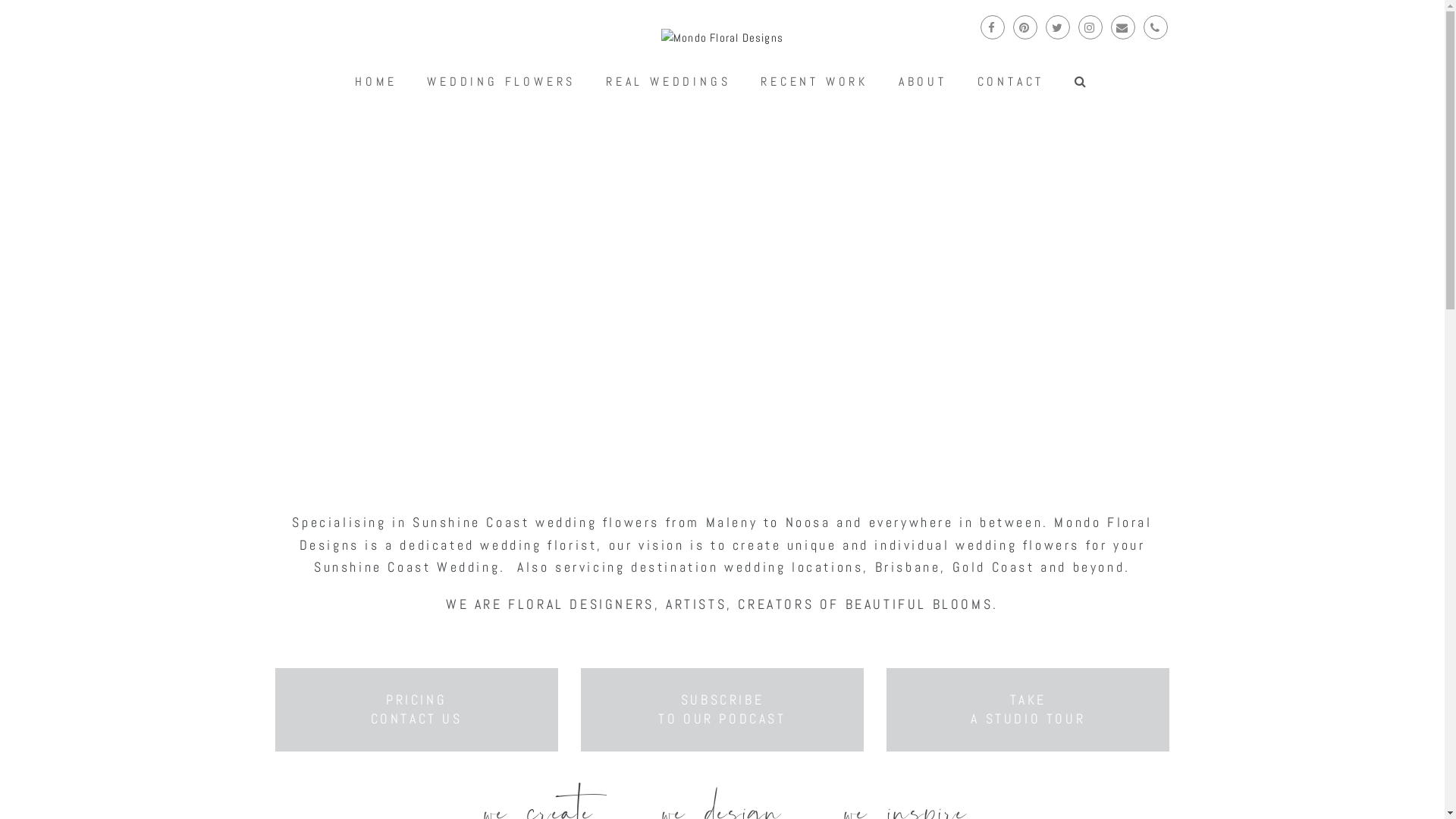 This screenshot has width=1456, height=819. What do you see at coordinates (992, 27) in the screenshot?
I see `'Facebook'` at bounding box center [992, 27].